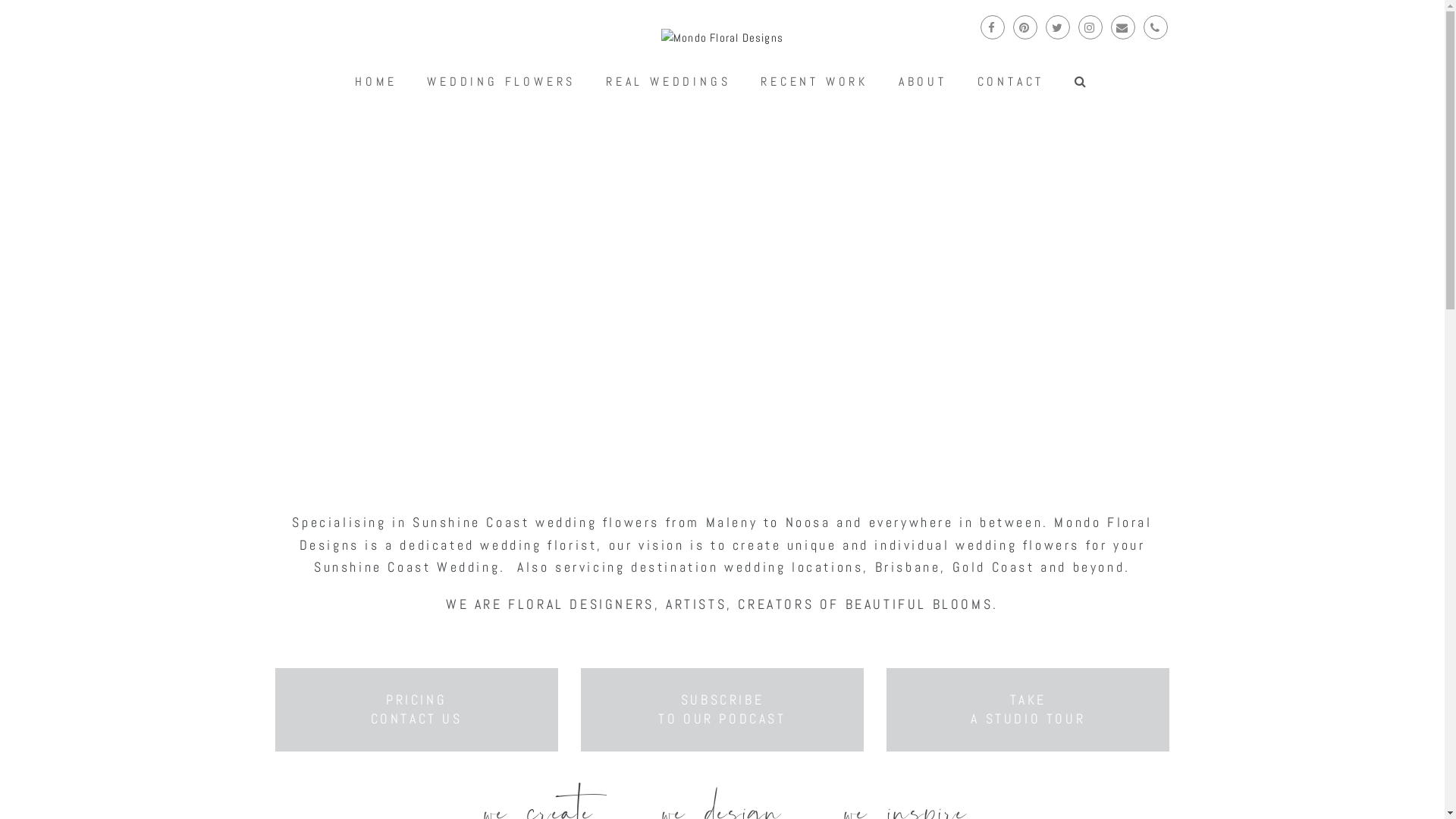 This screenshot has width=1456, height=819. What do you see at coordinates (992, 27) in the screenshot?
I see `'Facebook'` at bounding box center [992, 27].